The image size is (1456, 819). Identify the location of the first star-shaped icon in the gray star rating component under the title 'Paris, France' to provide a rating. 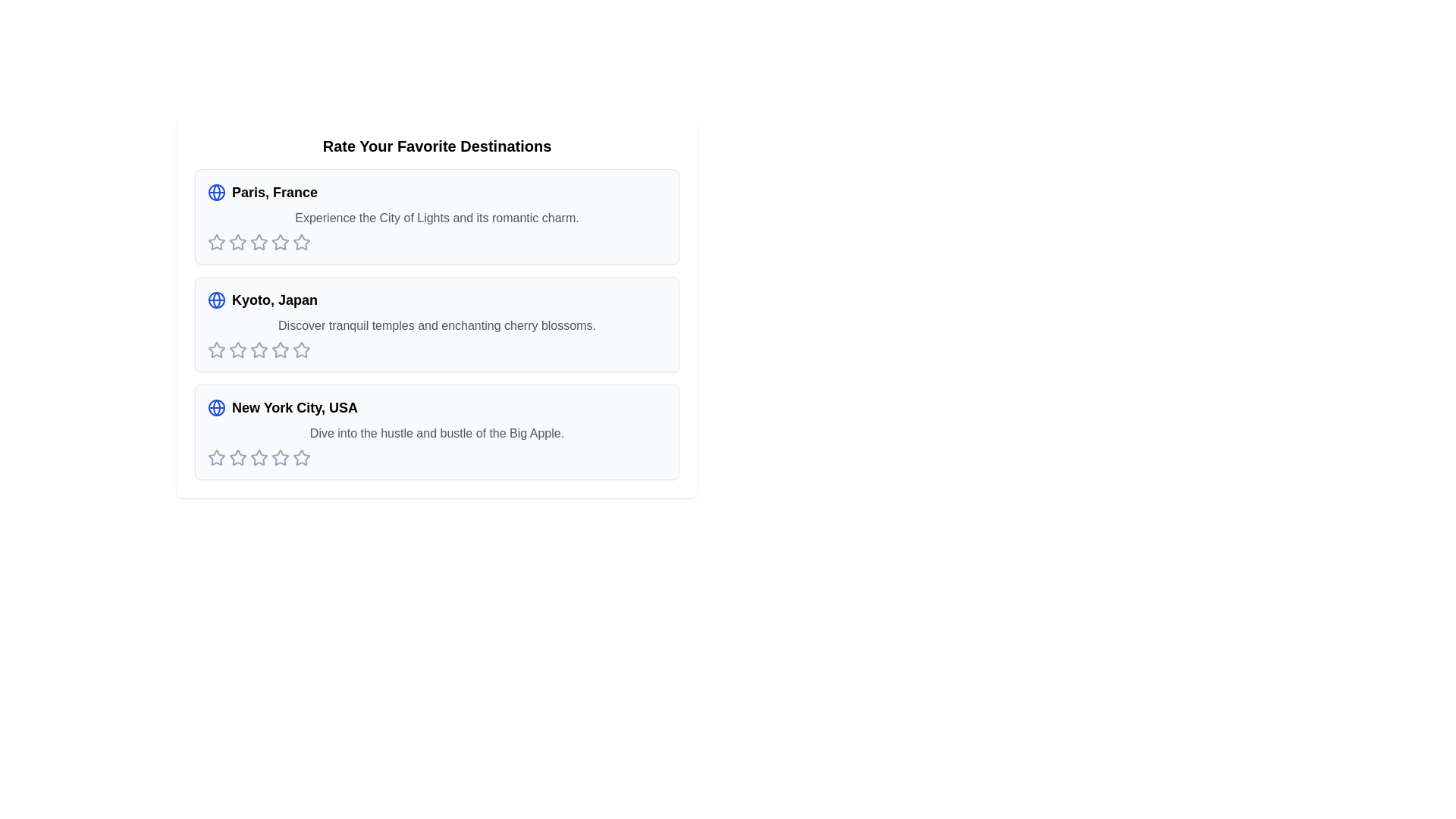
(237, 241).